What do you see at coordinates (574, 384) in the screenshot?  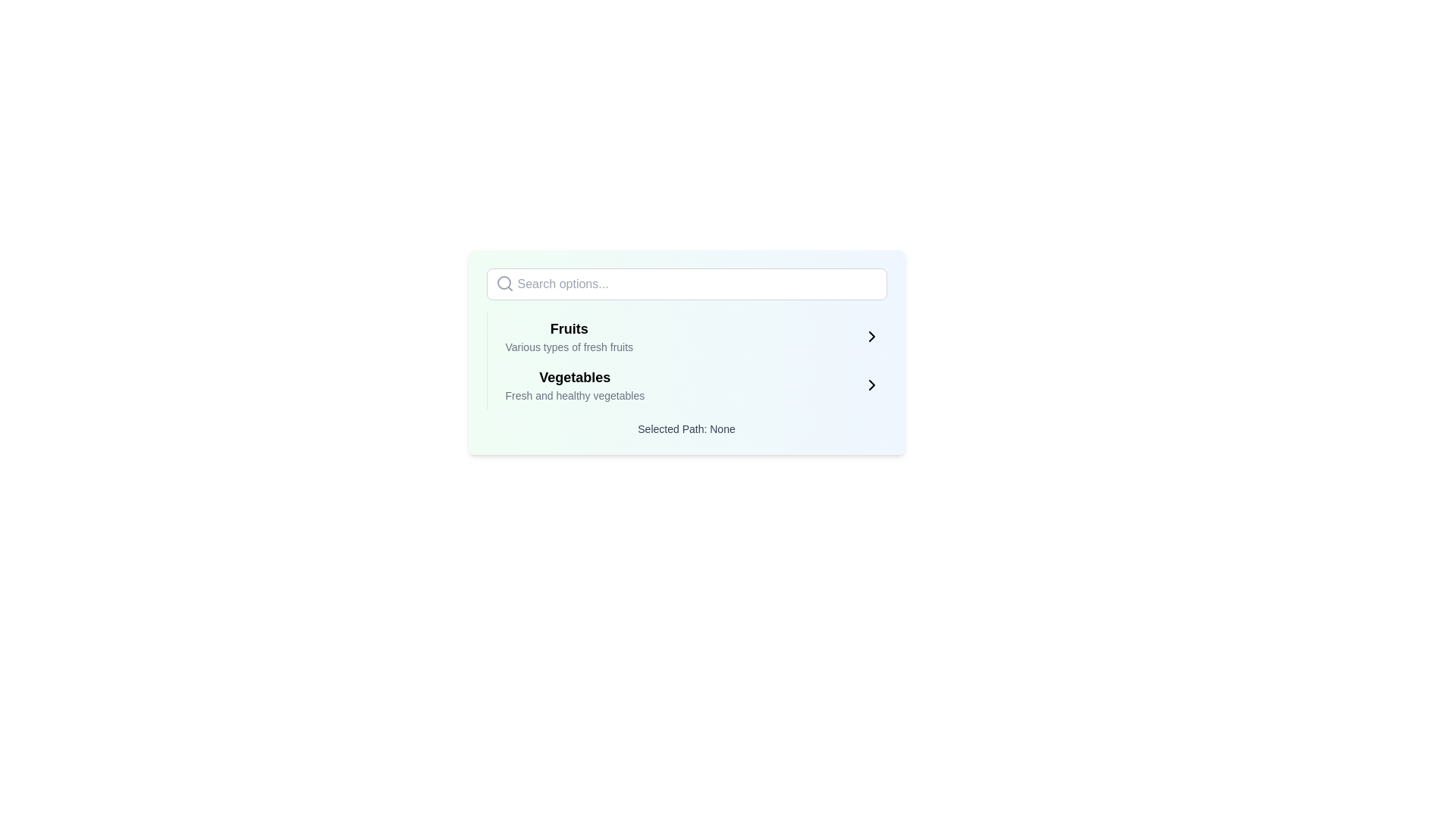 I see `the text block titled 'Vegetables' which contains a subtitle 'Fresh and healthy vegetables', located directly below the 'Fruits' item in the left section of the interface` at bounding box center [574, 384].